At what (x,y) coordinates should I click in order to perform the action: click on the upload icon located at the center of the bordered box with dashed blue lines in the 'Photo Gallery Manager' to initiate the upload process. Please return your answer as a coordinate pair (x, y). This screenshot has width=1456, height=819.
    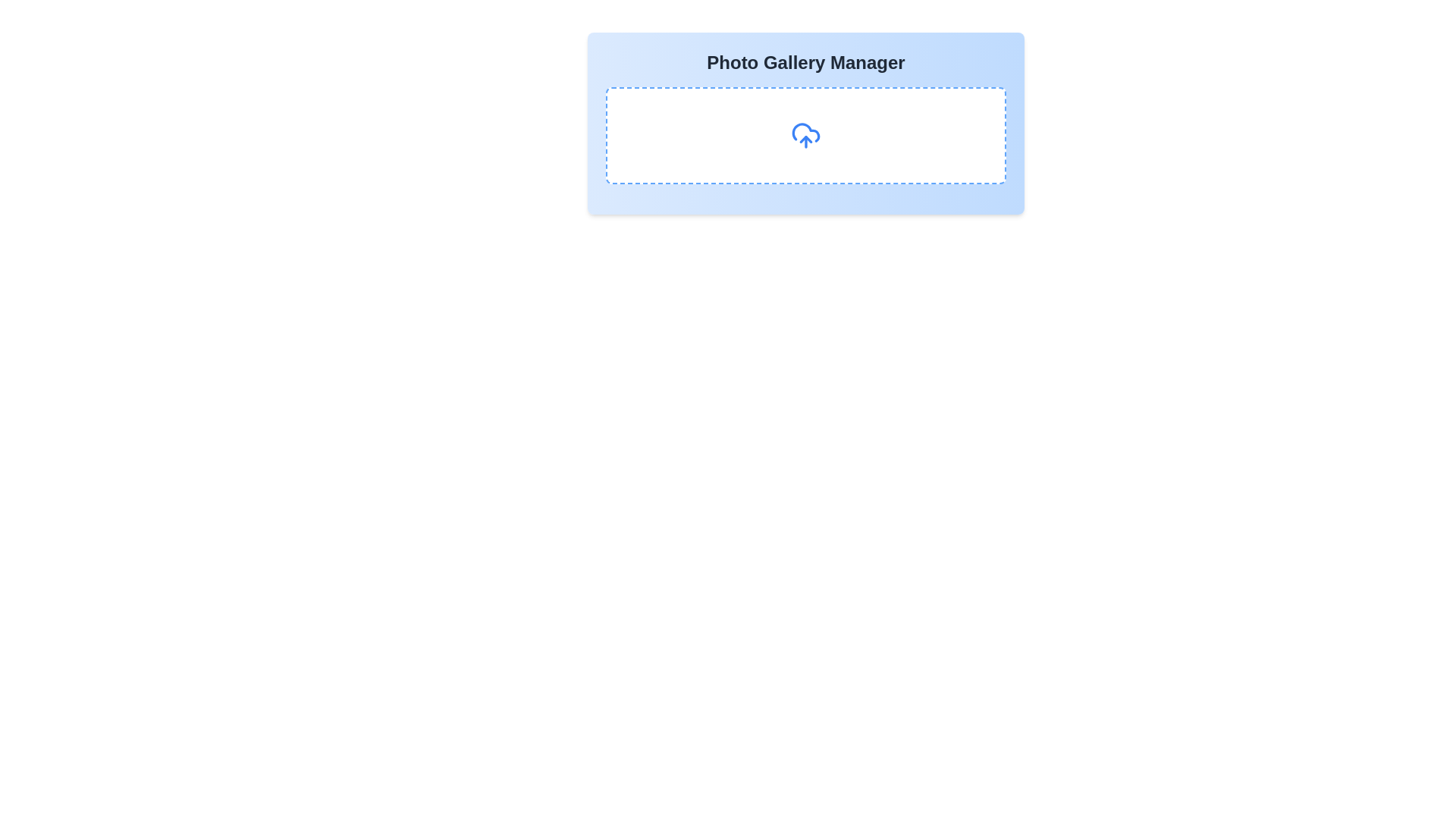
    Looking at the image, I should click on (805, 134).